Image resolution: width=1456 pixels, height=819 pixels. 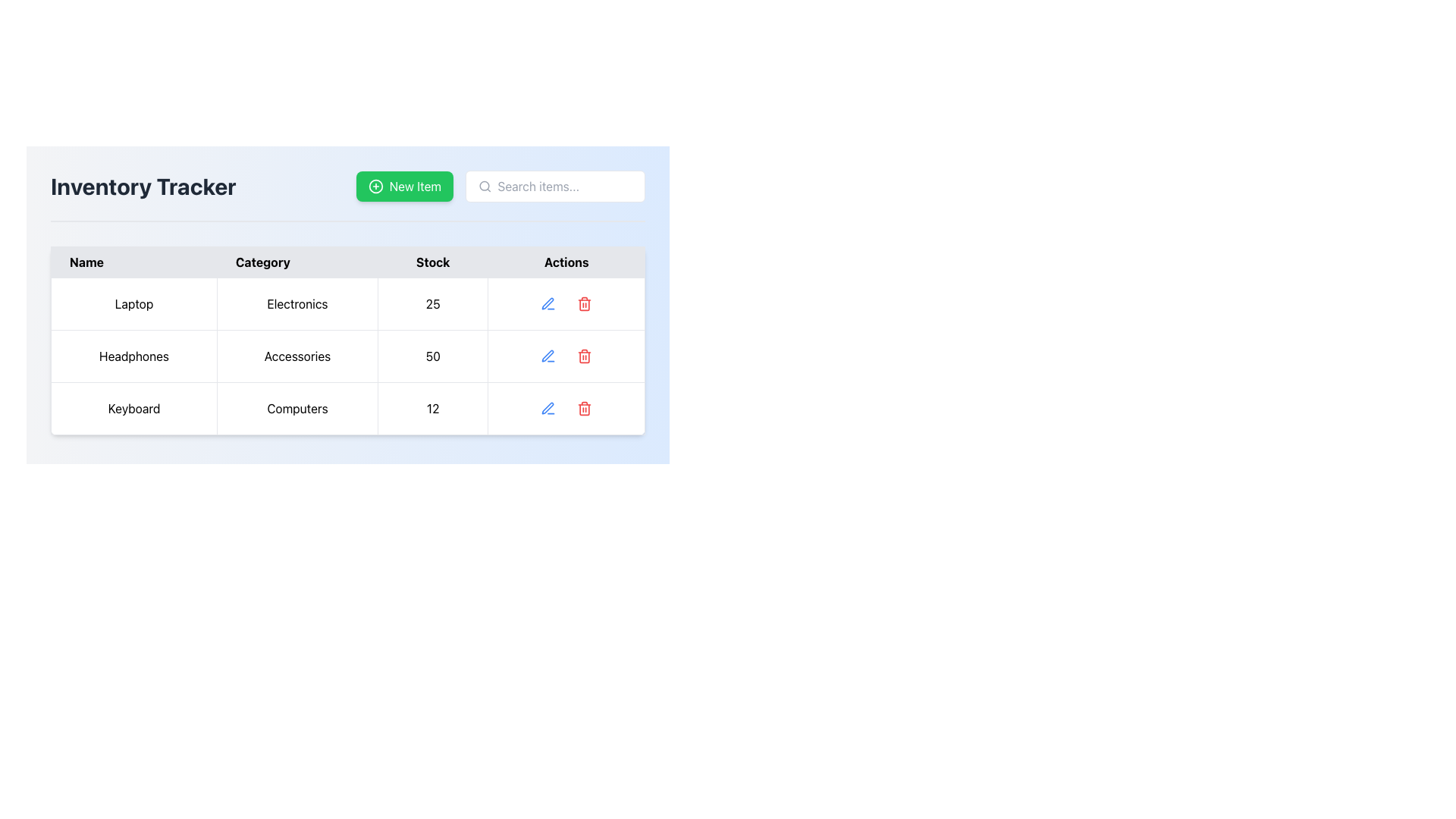 What do you see at coordinates (134, 304) in the screenshot?
I see `the text label displaying the name 'Laptop' in the inventory table, which is located in the topmost row under the 'Name' column` at bounding box center [134, 304].